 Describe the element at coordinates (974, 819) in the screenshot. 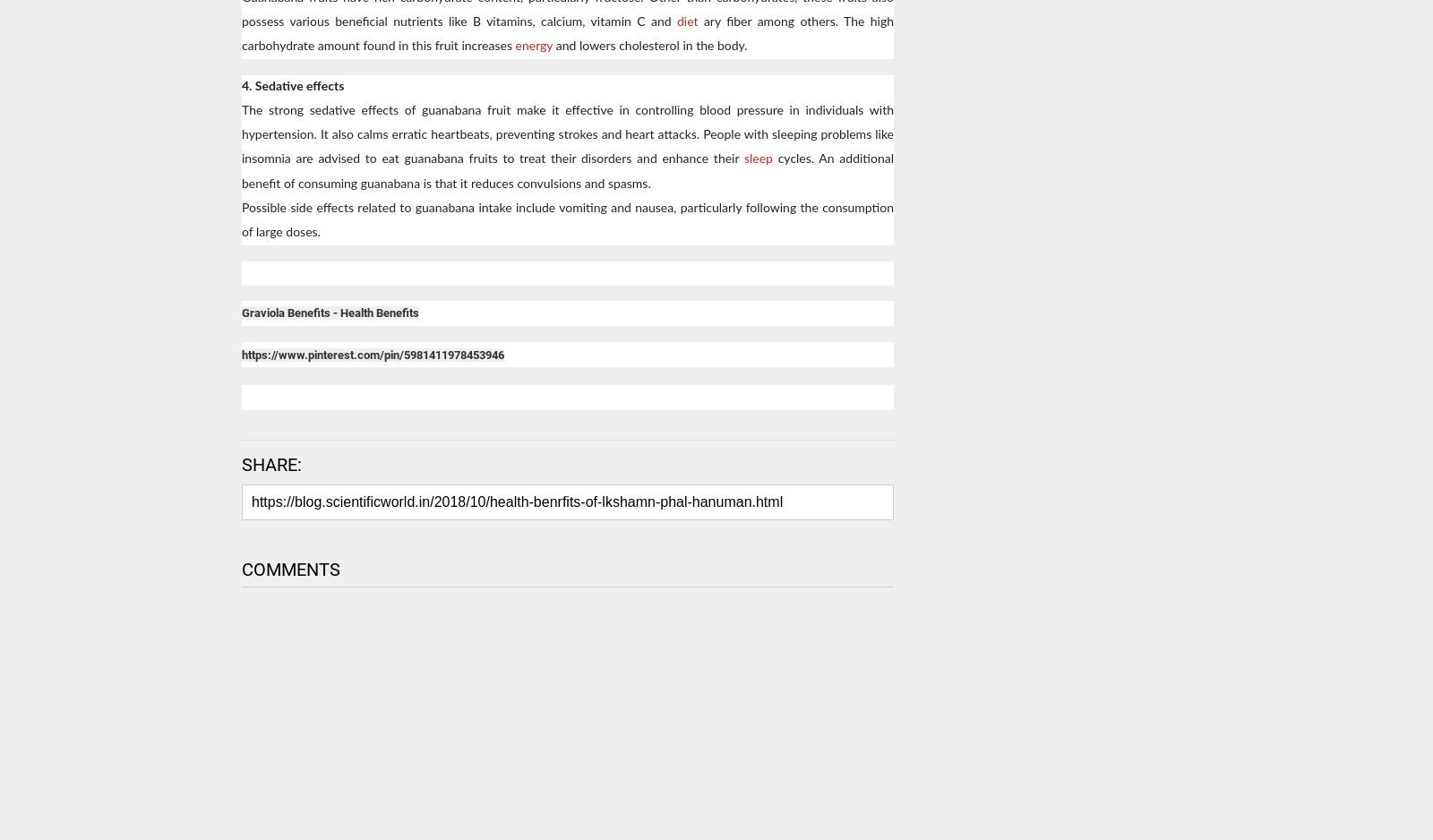

I see `'महर्षि सुश्रुत और सुश्रुत संहिता ग्रंथ - Sushruta Samhita in Hindi'` at that location.